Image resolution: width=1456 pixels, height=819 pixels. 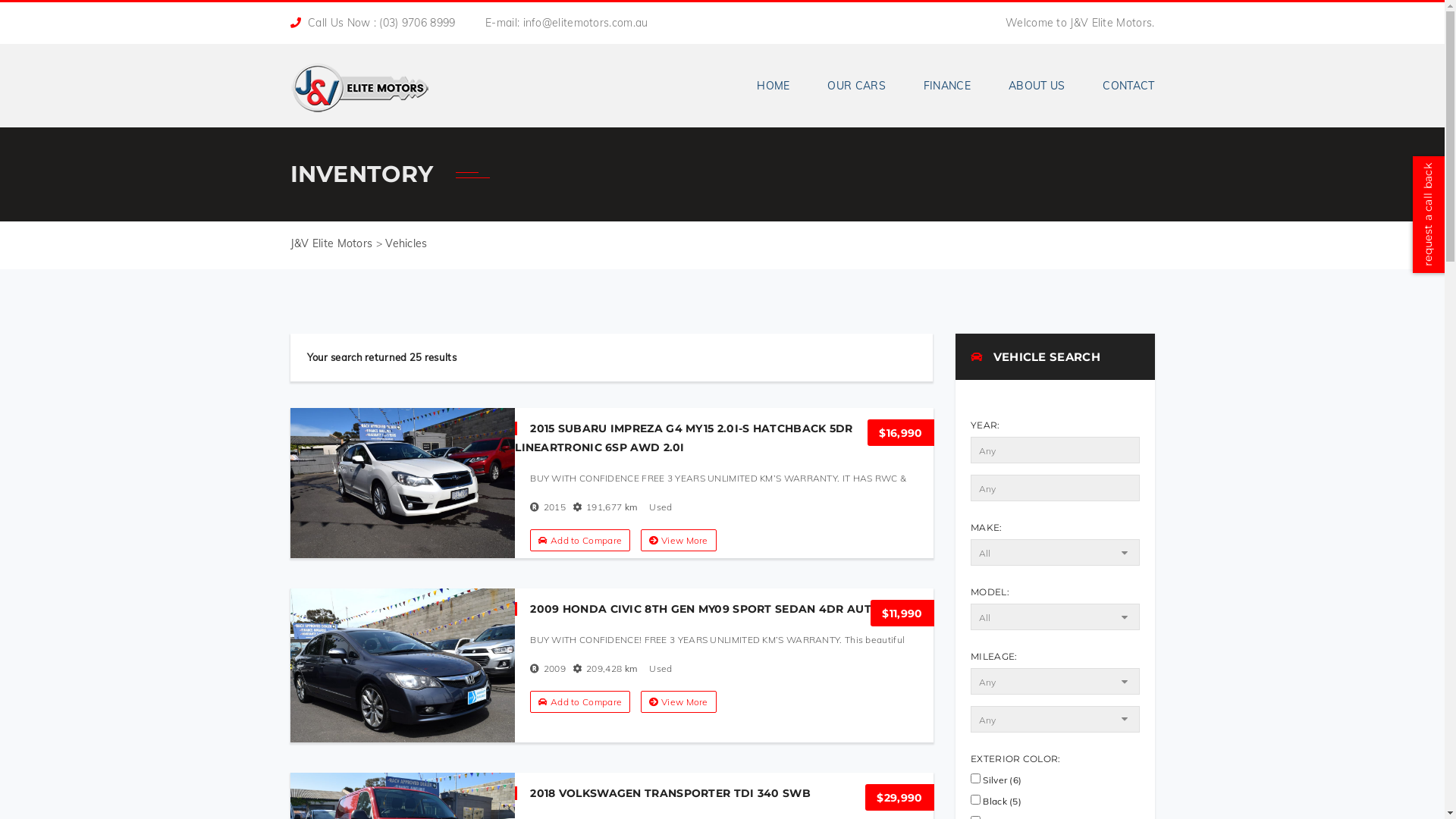 What do you see at coordinates (773, 85) in the screenshot?
I see `'HOME'` at bounding box center [773, 85].